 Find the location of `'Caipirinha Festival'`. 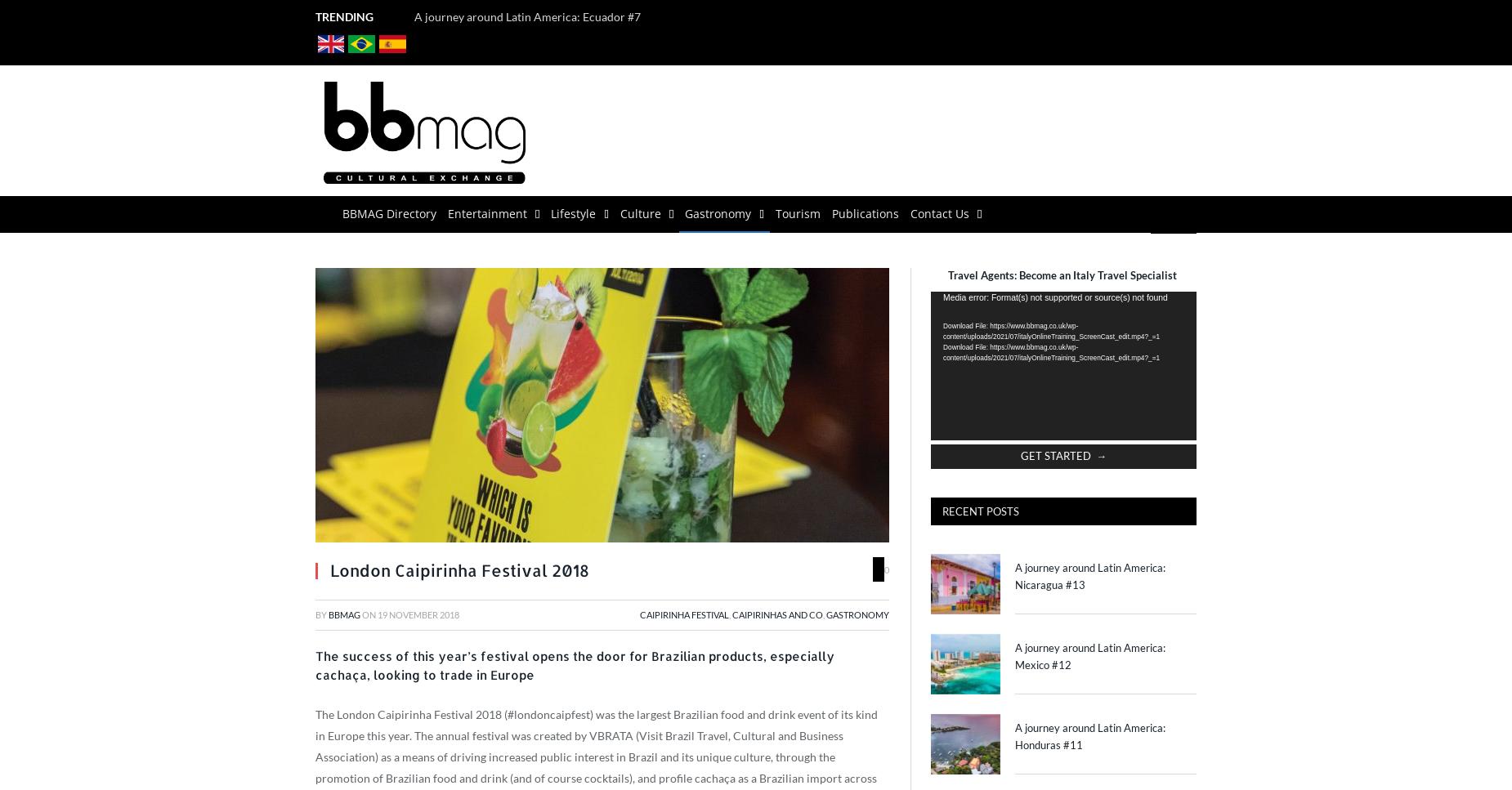

'Caipirinha Festival' is located at coordinates (684, 614).